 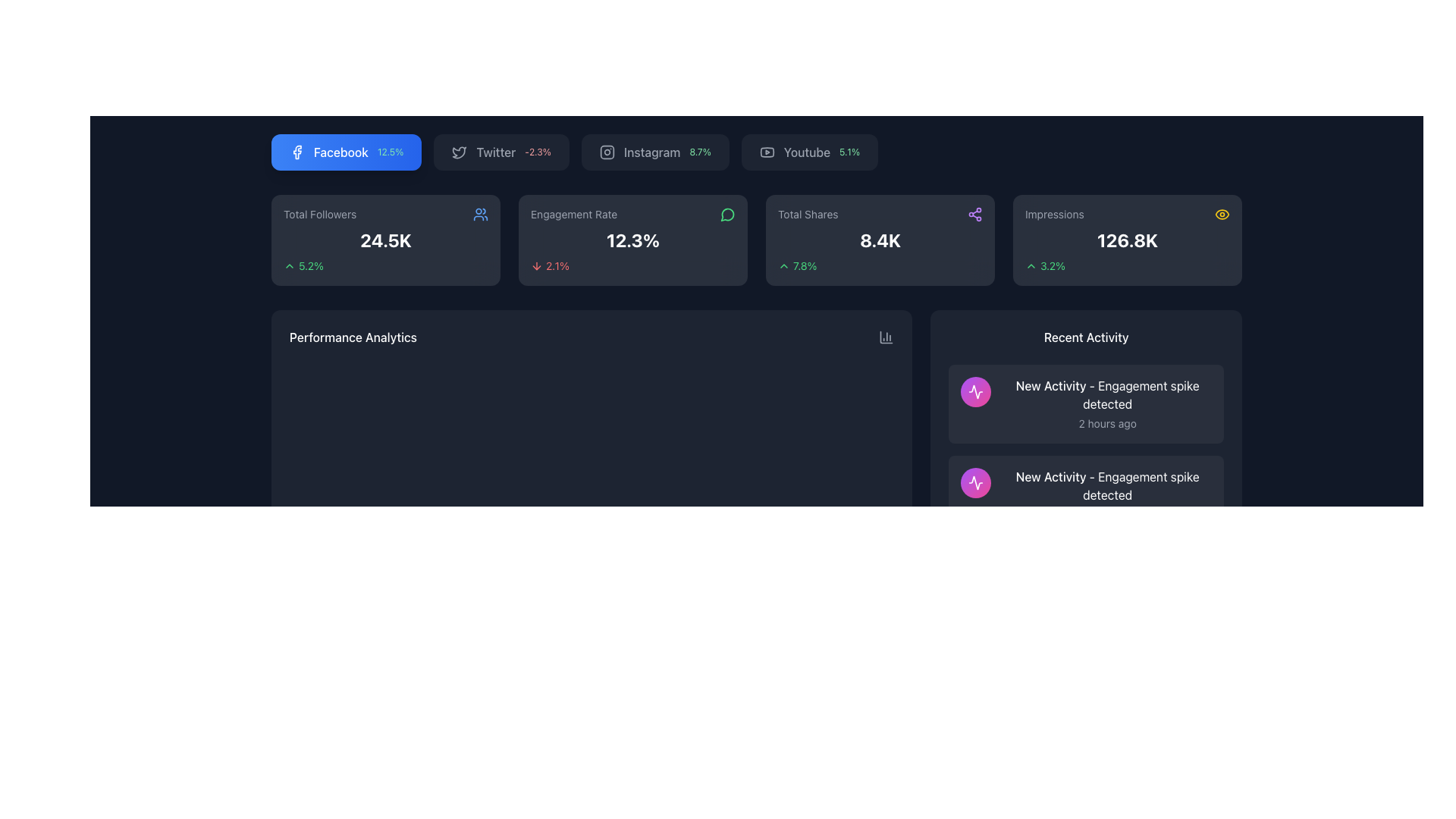 What do you see at coordinates (886, 336) in the screenshot?
I see `the Icon button located in the top-right corner of the 'Performance Analytics' section, which allows access to detailed analytics or a graph` at bounding box center [886, 336].